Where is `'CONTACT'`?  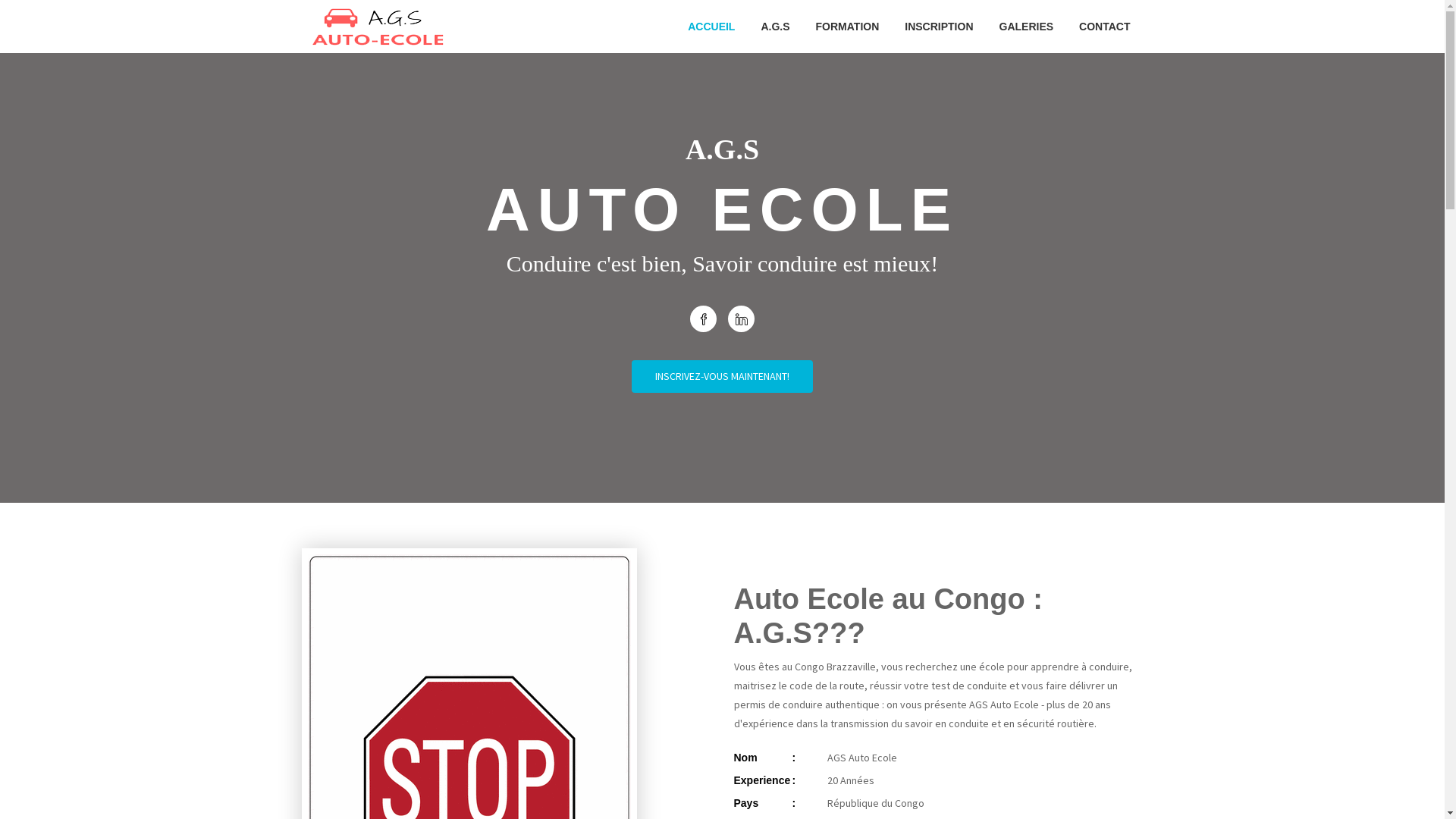
'CONTACT' is located at coordinates (1104, 26).